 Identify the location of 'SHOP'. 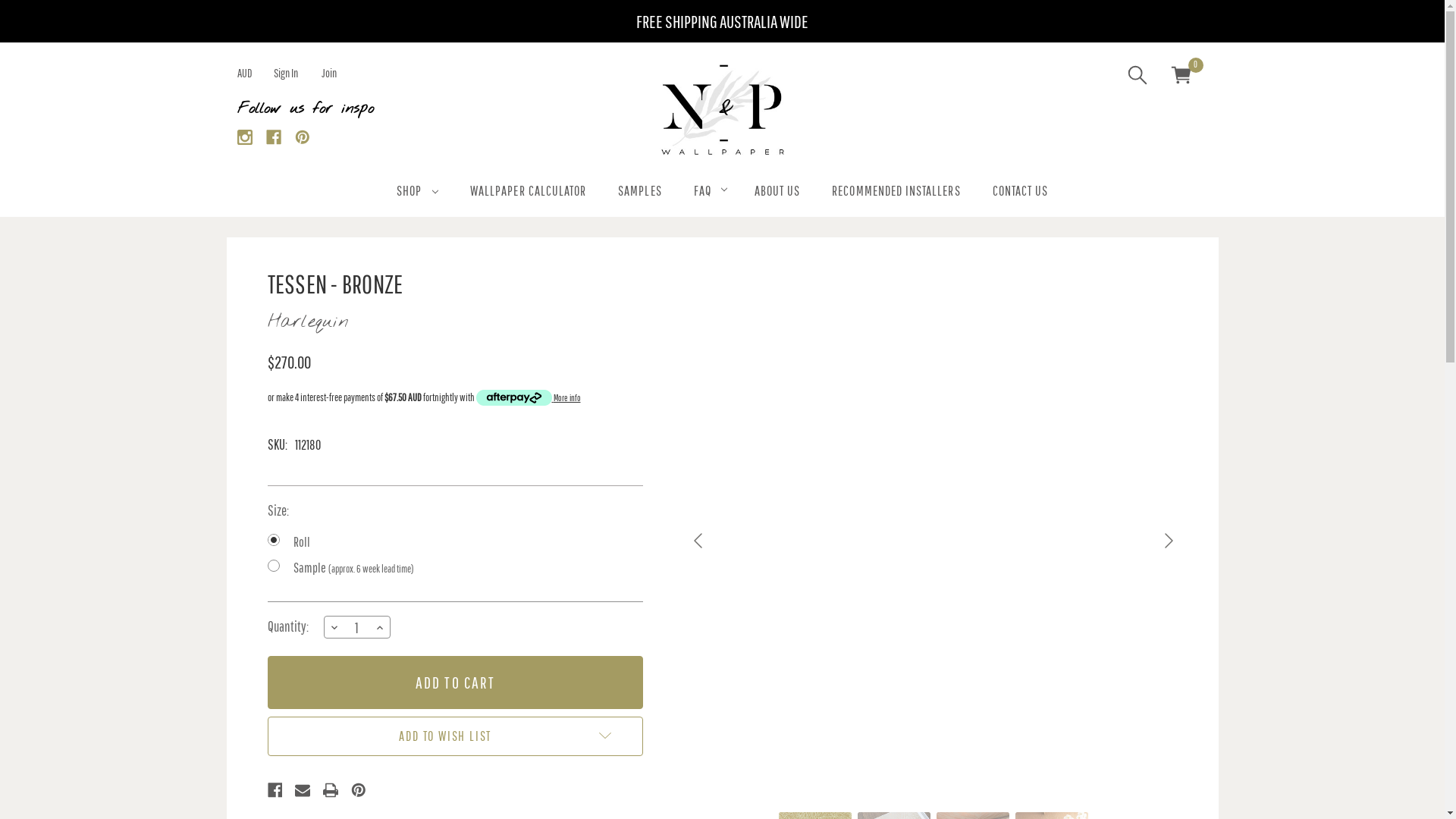
(417, 192).